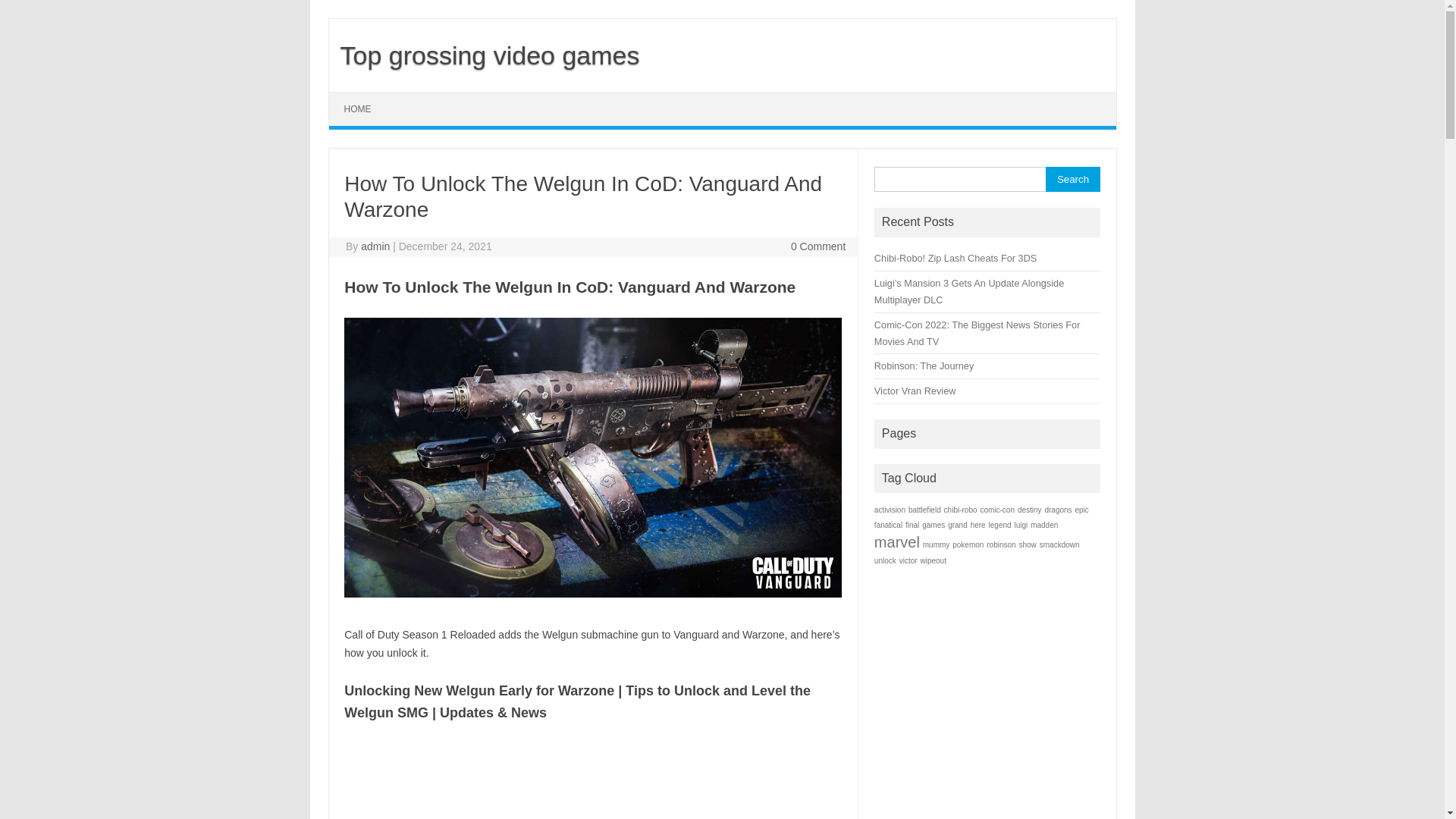 The width and height of the screenshot is (1456, 819). I want to click on 'Comic-Con 2022: The Biggest News Stories For Movies And TV', so click(977, 332).